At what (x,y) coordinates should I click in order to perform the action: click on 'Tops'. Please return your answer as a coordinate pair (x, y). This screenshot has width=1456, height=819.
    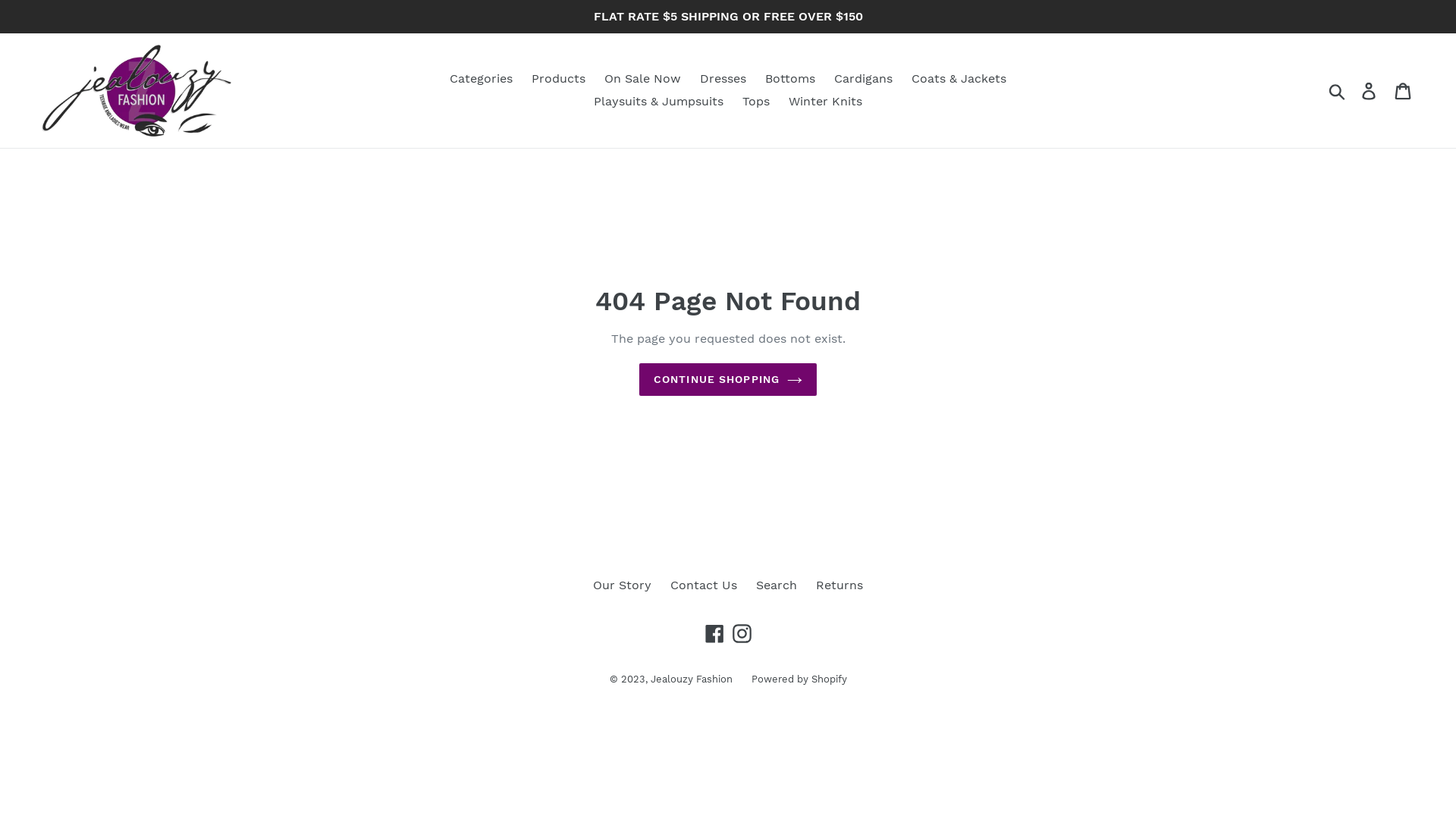
    Looking at the image, I should click on (756, 102).